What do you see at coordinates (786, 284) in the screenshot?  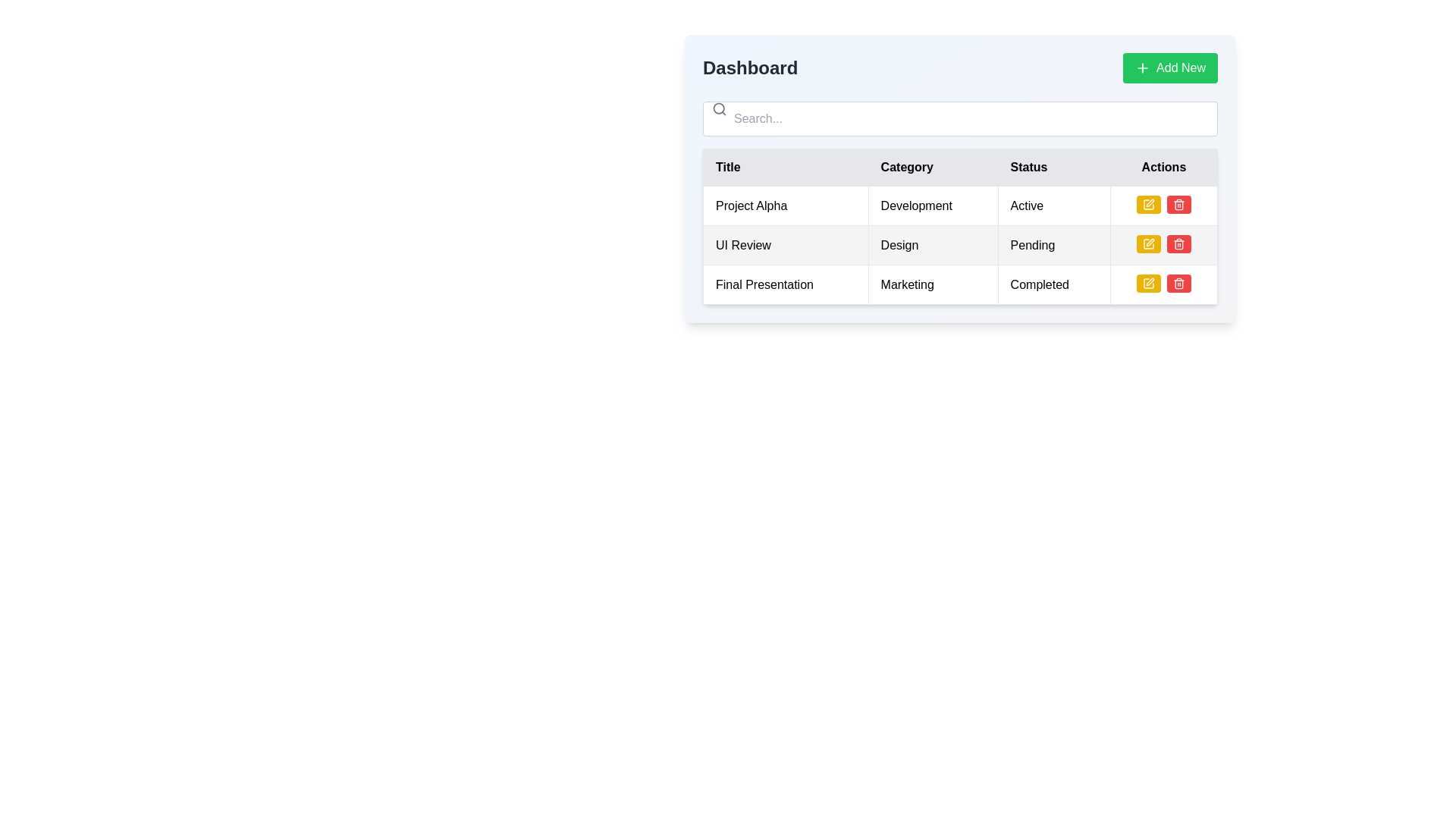 I see `text from the Text label displaying 'Final Presentation' located in the third row of the table under the 'Title' column` at bounding box center [786, 284].